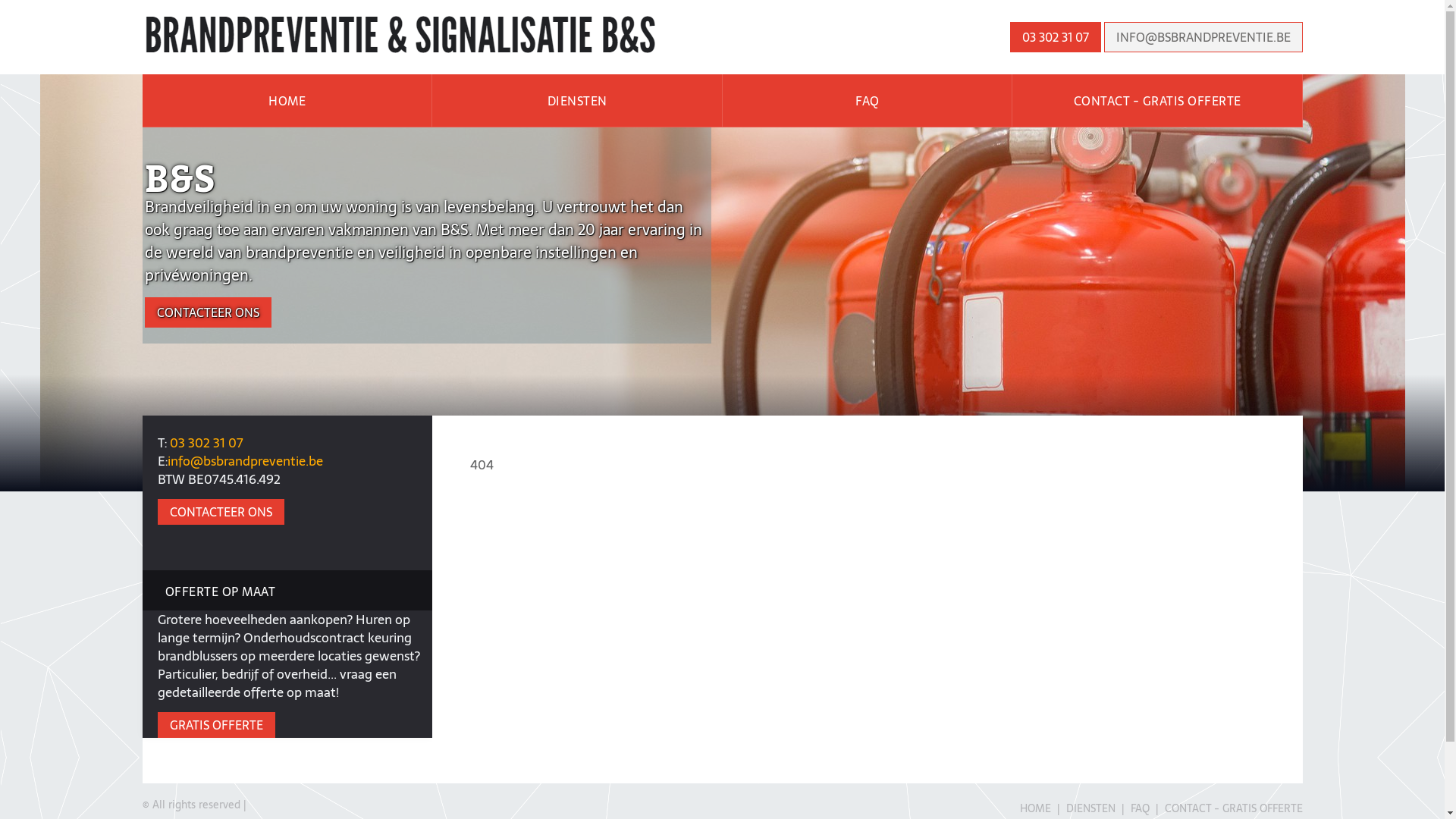 The width and height of the screenshot is (1456, 819). Describe the element at coordinates (244, 460) in the screenshot. I see `'info@bsbrandpreventie.be'` at that location.